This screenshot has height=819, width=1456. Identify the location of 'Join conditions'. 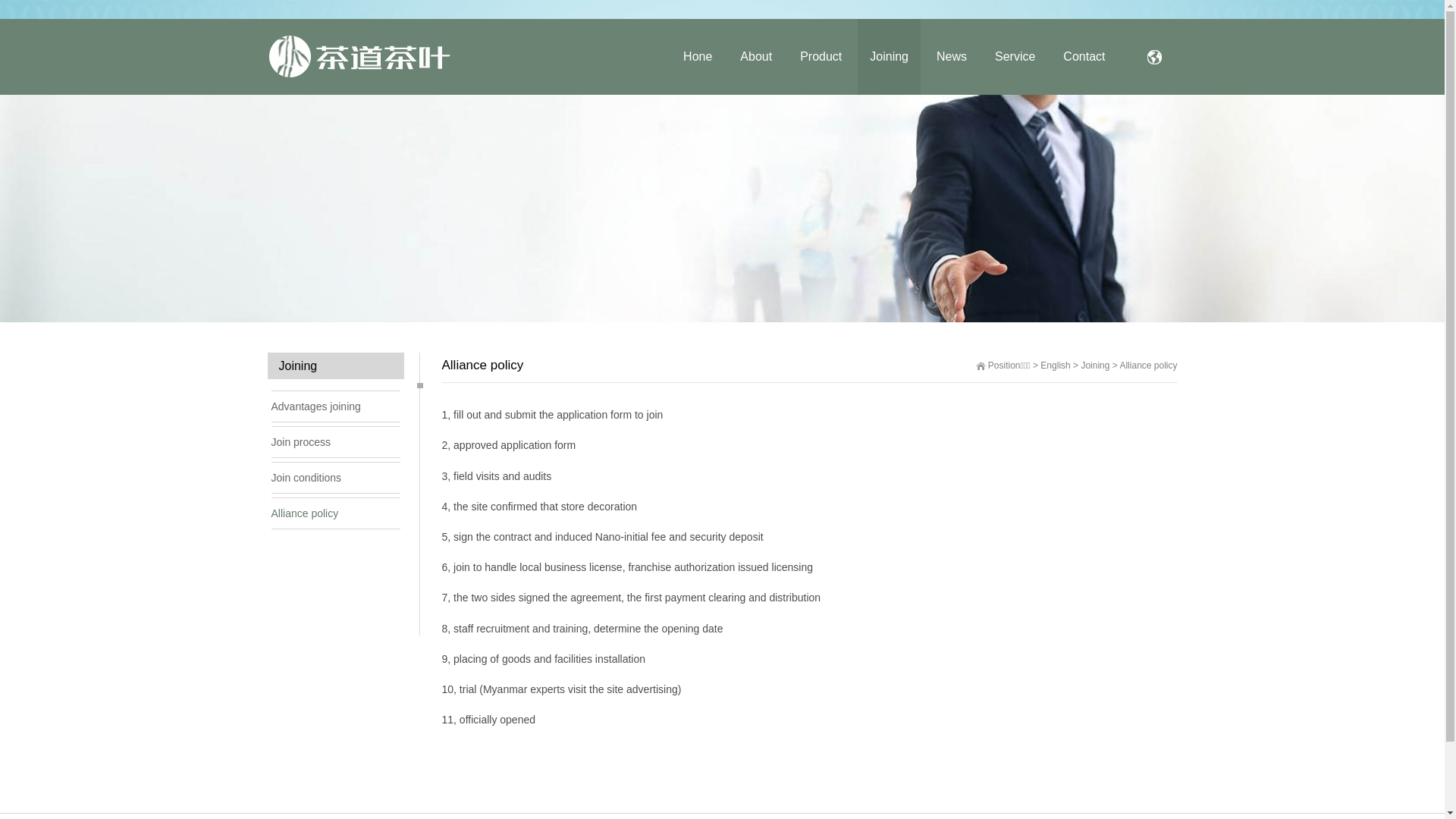
(334, 476).